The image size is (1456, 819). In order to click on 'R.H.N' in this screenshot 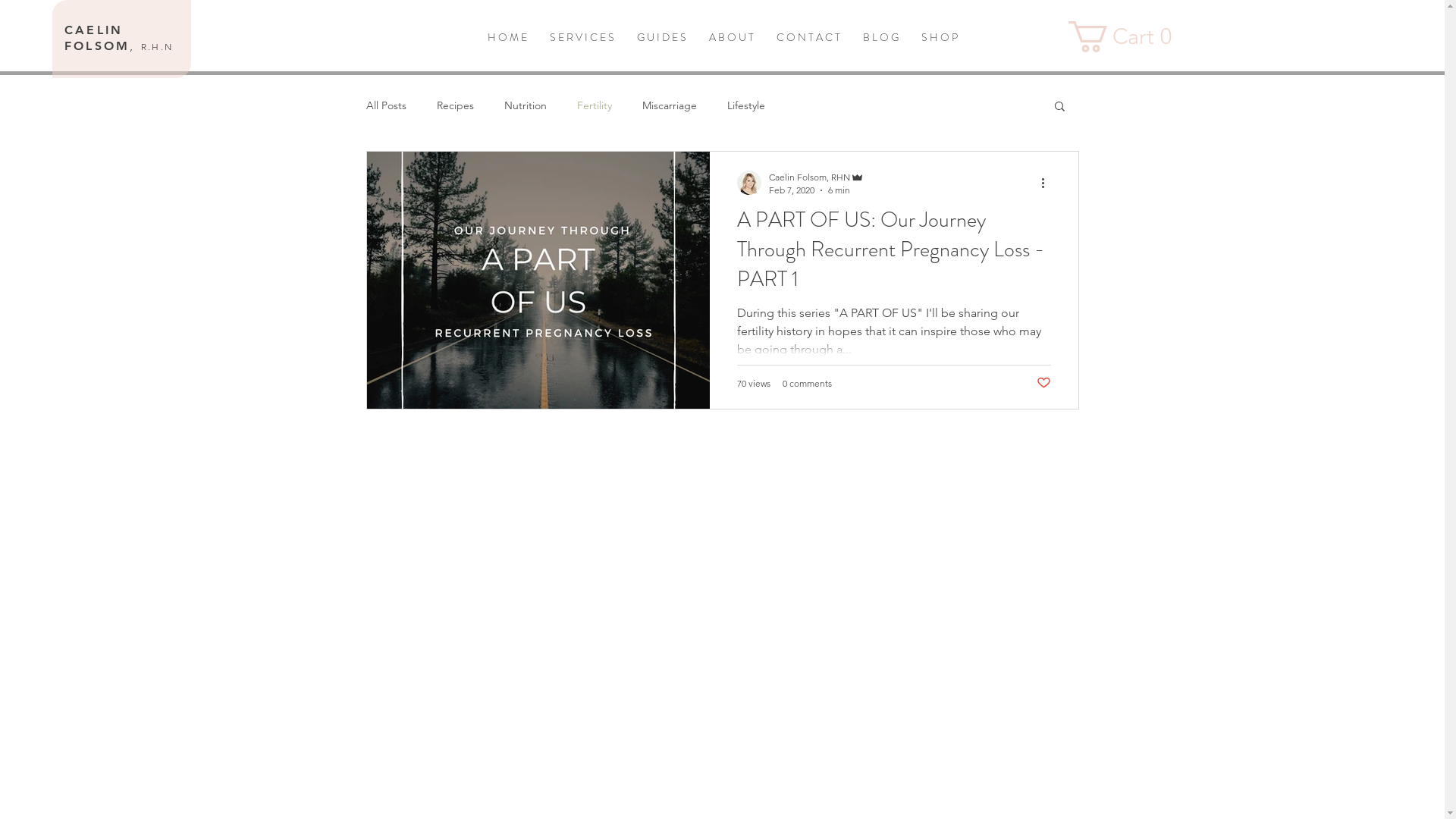, I will do `click(141, 45)`.